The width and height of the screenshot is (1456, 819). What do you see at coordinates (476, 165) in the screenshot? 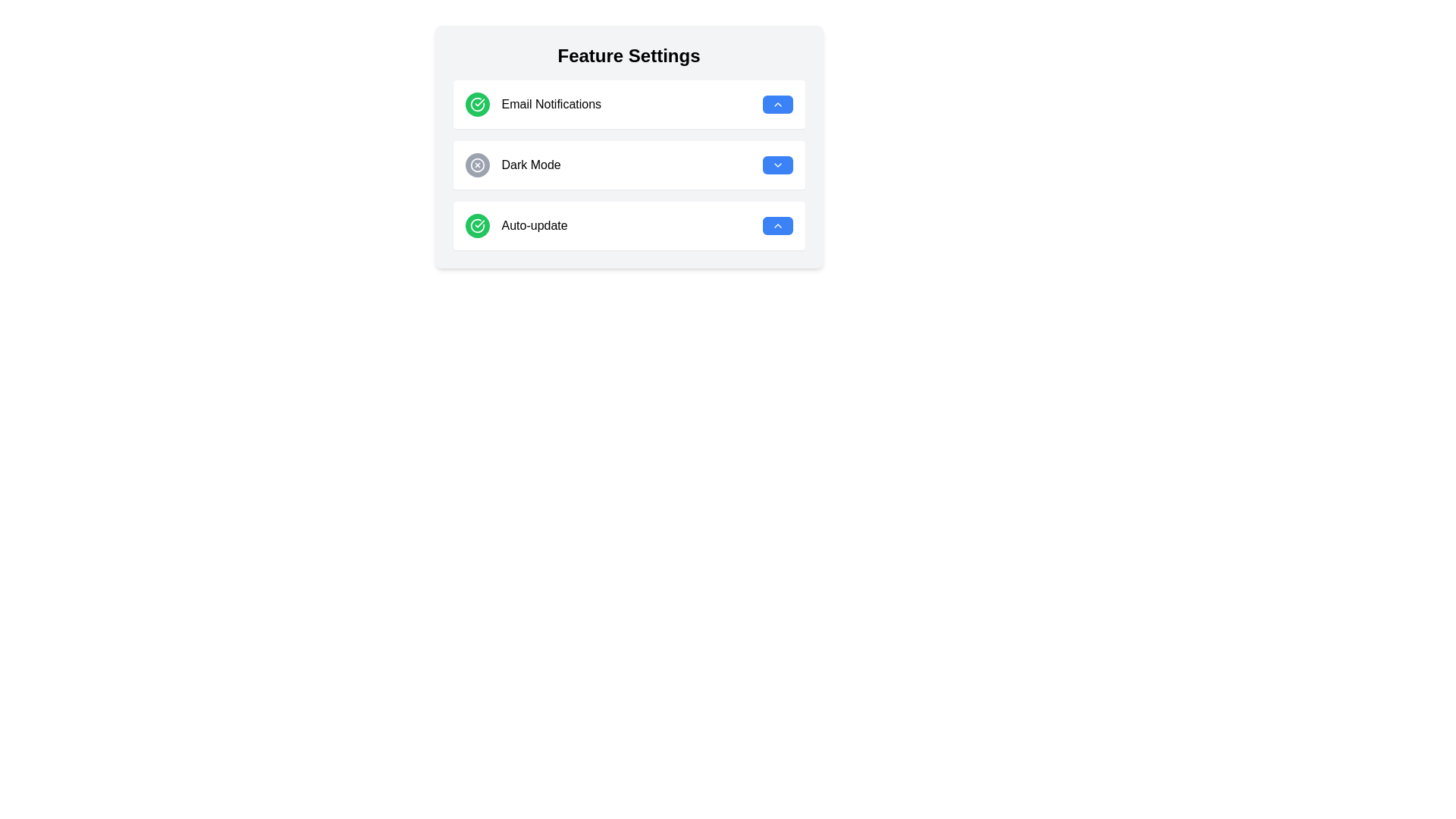
I see `the interactive button for the 'Dark Mode' feature, located to the left of the text 'Dark Mode'` at bounding box center [476, 165].